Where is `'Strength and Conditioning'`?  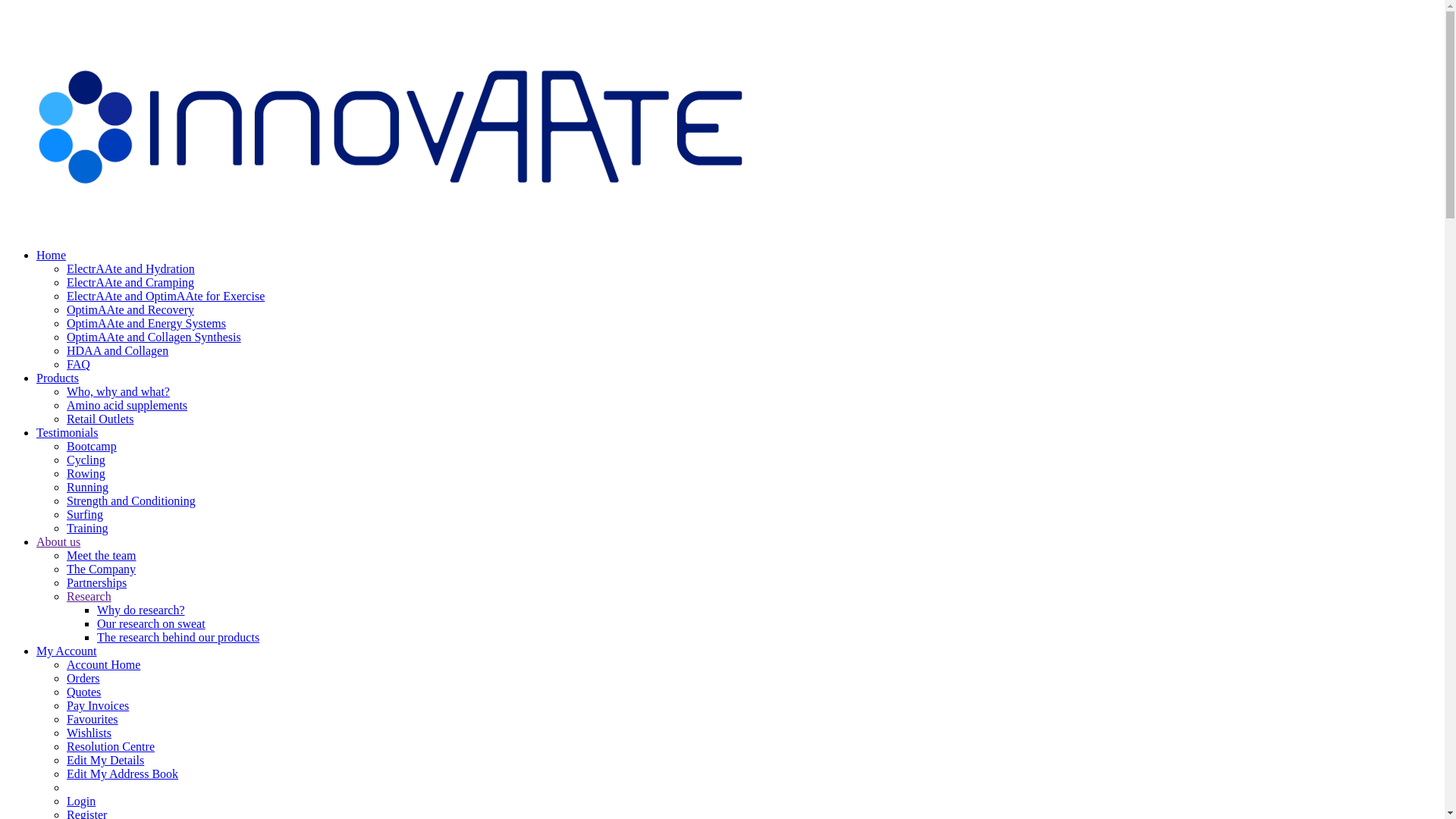
'Strength and Conditioning' is located at coordinates (130, 500).